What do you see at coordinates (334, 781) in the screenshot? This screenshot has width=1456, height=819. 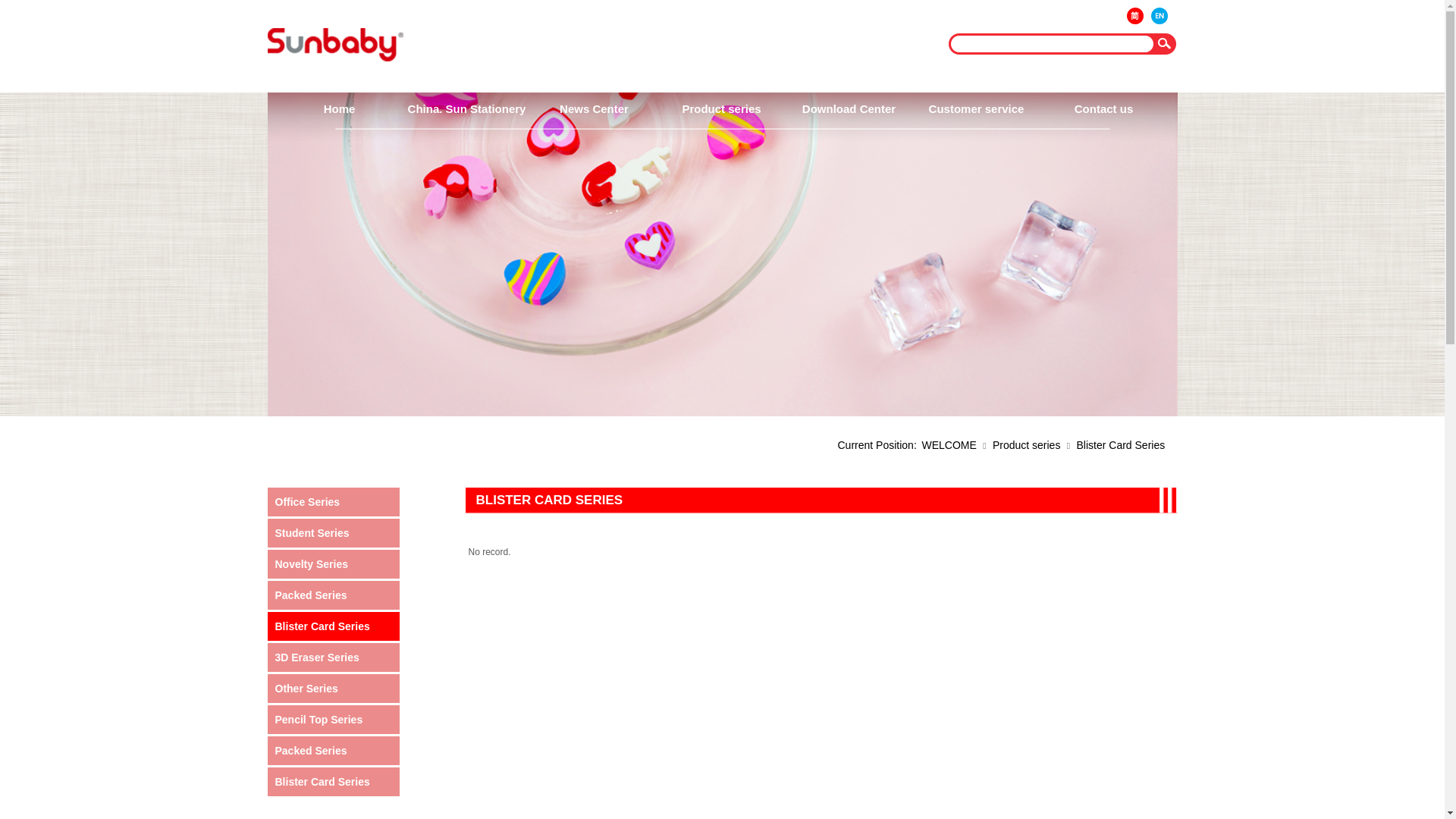 I see `'Blister Card Series'` at bounding box center [334, 781].